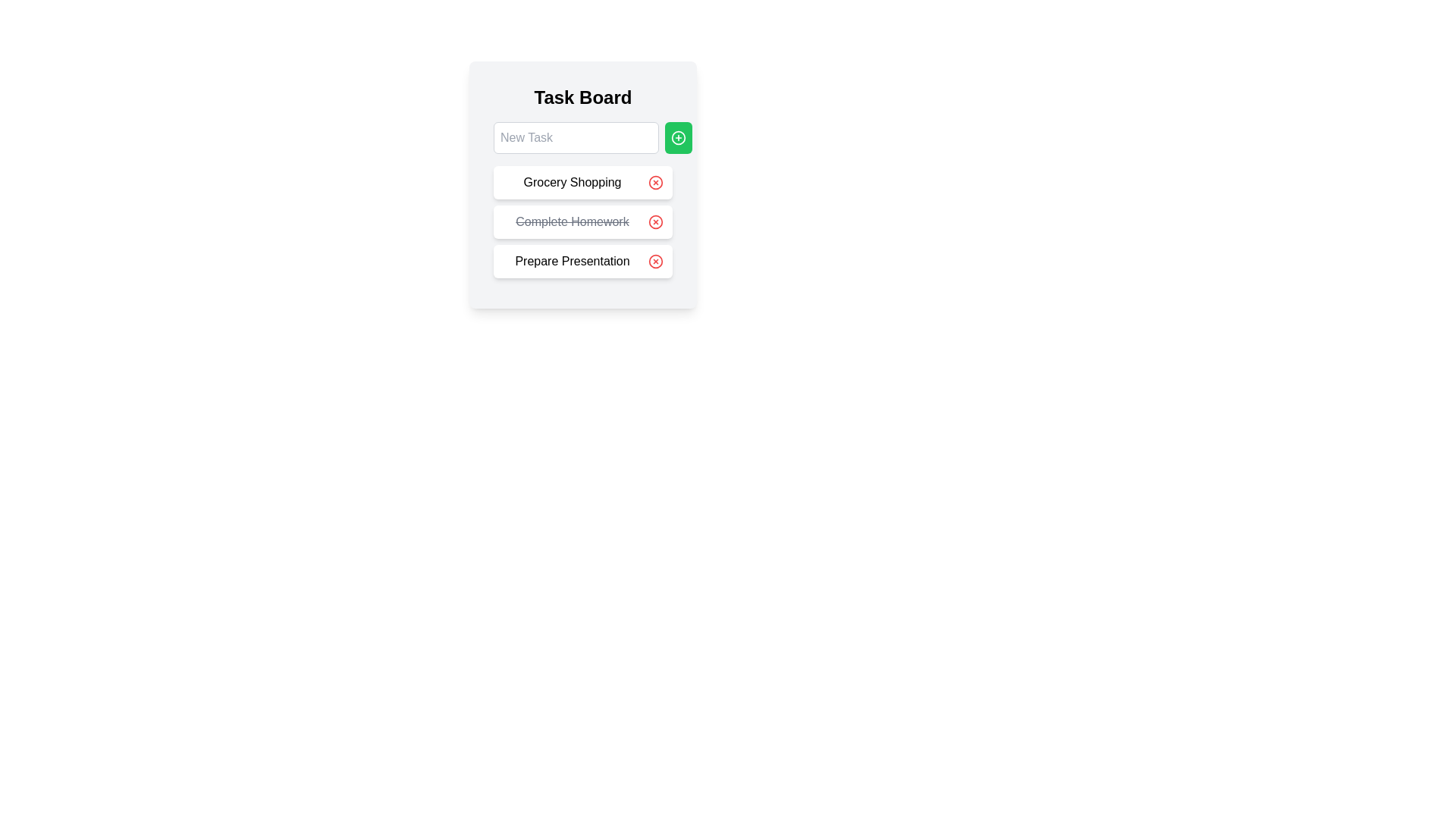 The height and width of the screenshot is (819, 1456). I want to click on the text label that displays the title of the completed task in the to-do list, located between 'Grocery Shopping' and 'Prepare Presentation', so click(571, 222).